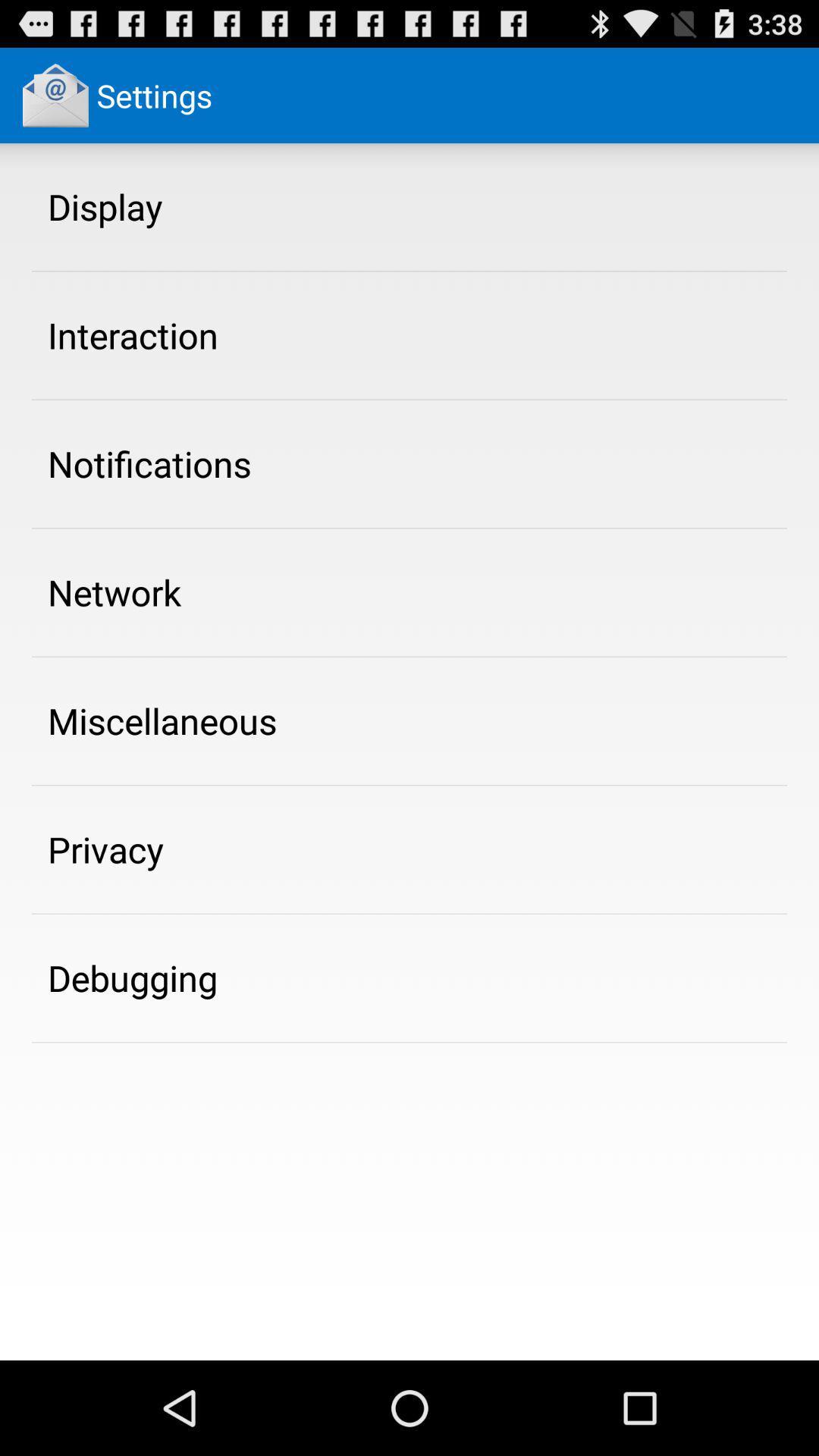  I want to click on the notifications app, so click(149, 463).